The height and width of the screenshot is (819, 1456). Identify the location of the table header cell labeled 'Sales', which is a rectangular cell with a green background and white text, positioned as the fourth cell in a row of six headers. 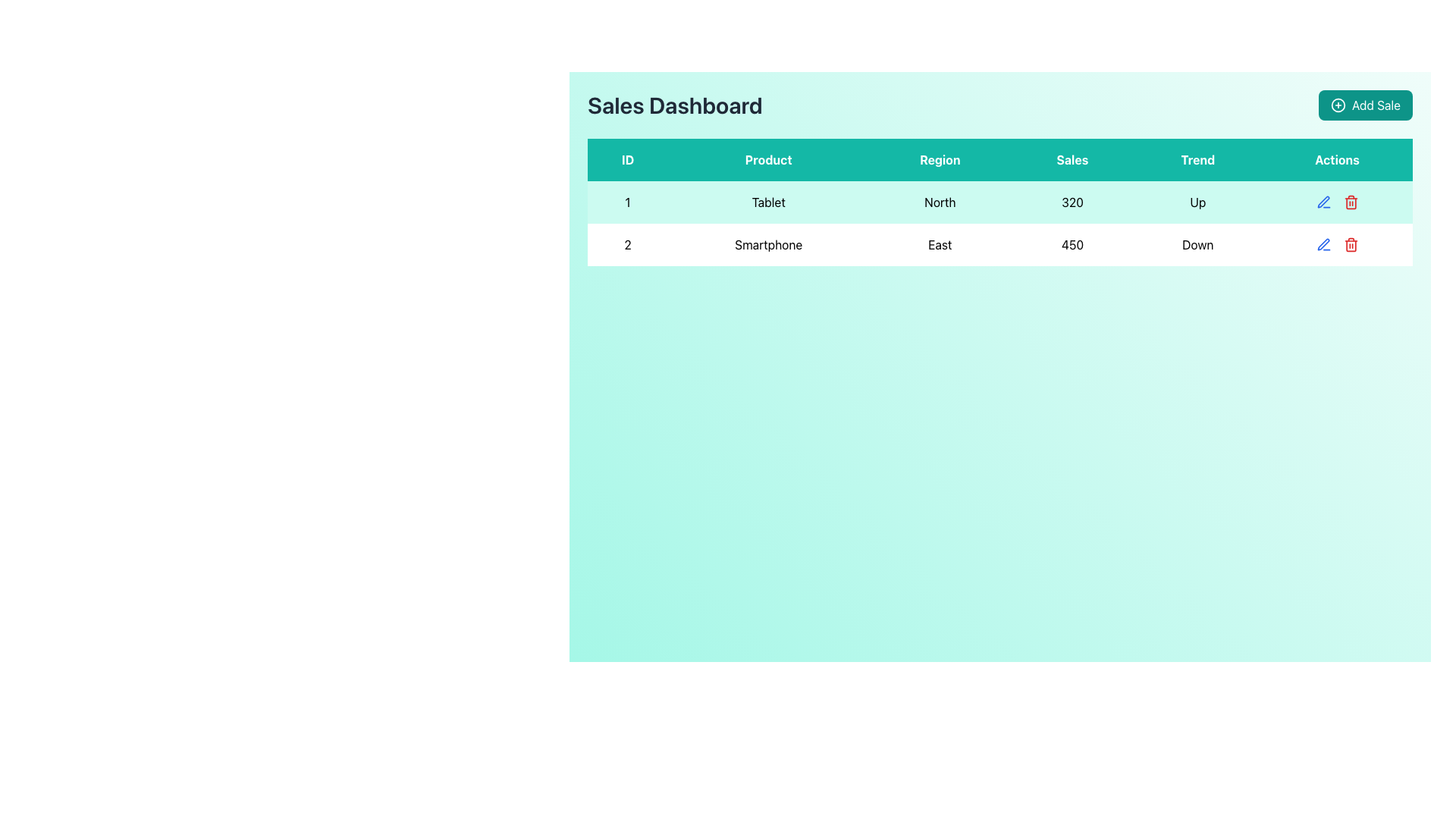
(1072, 160).